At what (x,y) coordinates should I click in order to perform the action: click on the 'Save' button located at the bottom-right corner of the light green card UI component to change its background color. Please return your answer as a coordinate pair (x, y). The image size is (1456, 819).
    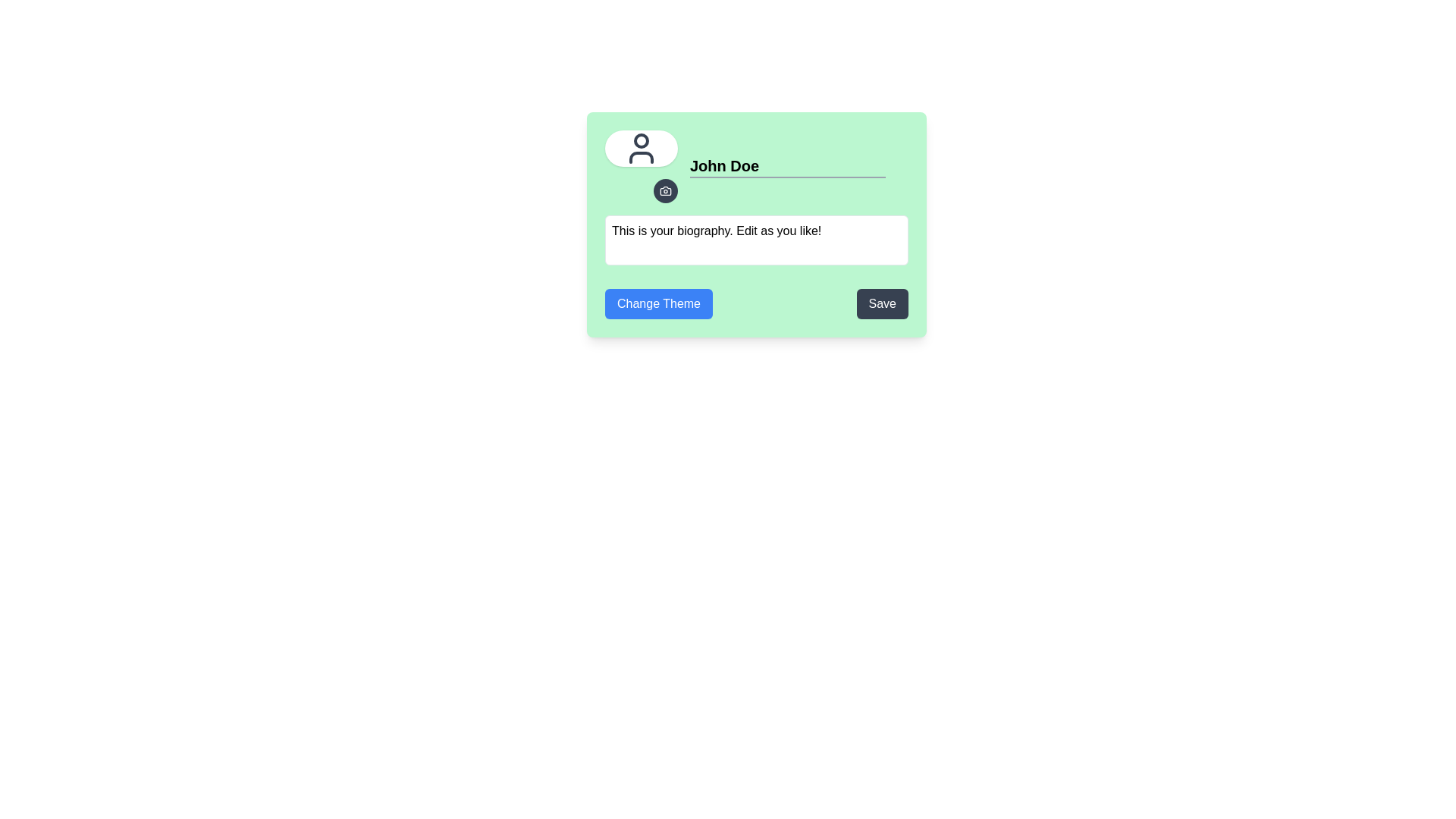
    Looking at the image, I should click on (882, 304).